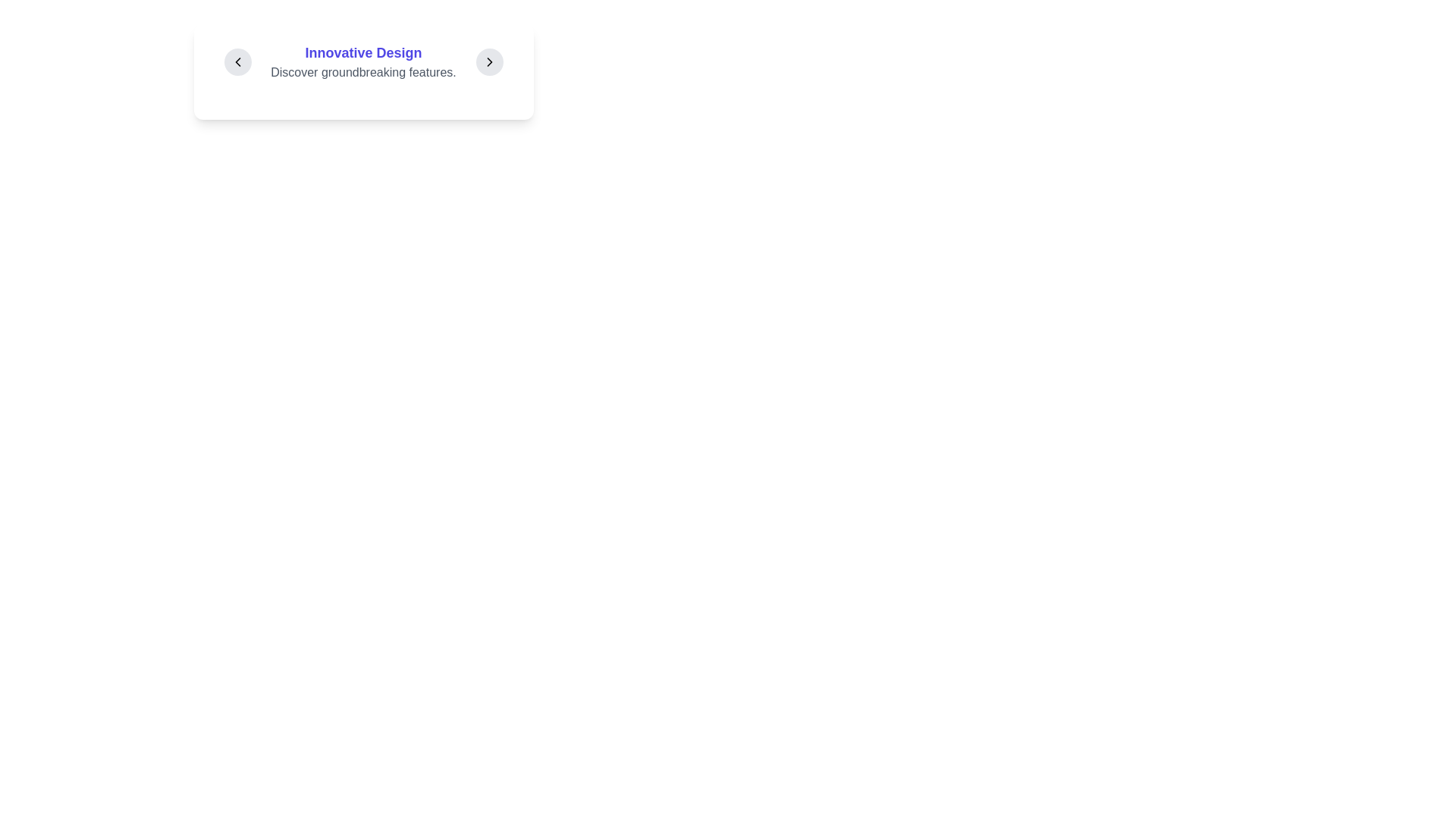 The width and height of the screenshot is (1456, 819). What do you see at coordinates (362, 73) in the screenshot?
I see `the text label that reads 'Discover groundbreaking features.' which is styled in gray and positioned below the heading 'Innovative Design'` at bounding box center [362, 73].